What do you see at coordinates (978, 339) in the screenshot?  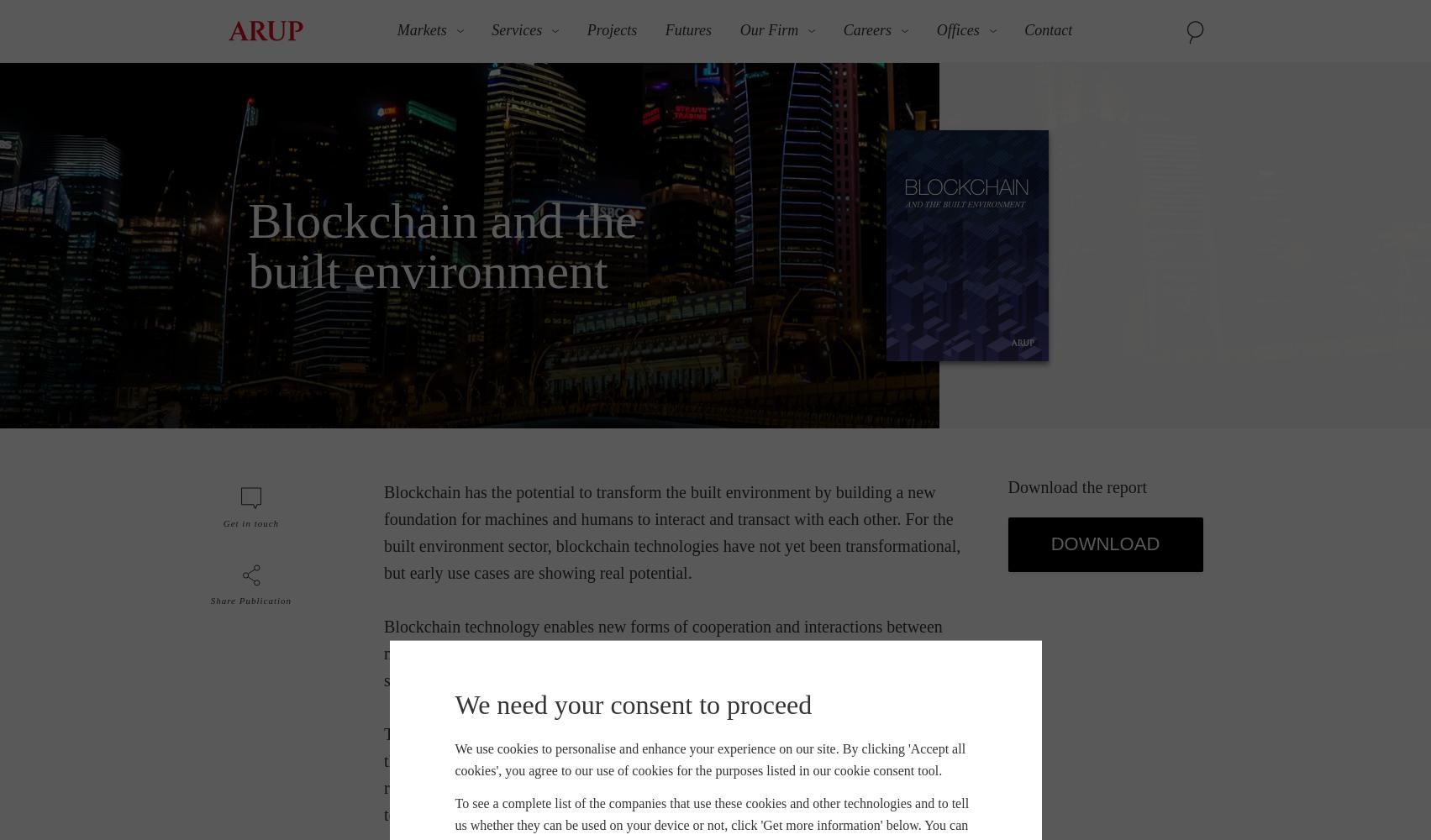 I see `'Water'` at bounding box center [978, 339].